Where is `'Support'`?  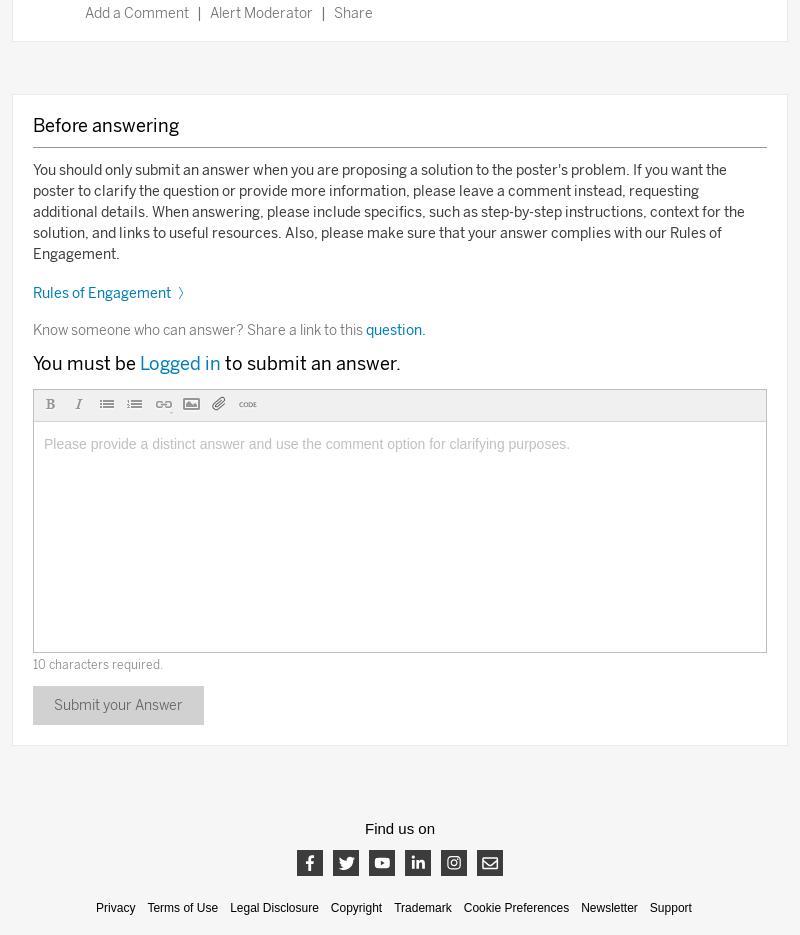
'Support' is located at coordinates (648, 907).